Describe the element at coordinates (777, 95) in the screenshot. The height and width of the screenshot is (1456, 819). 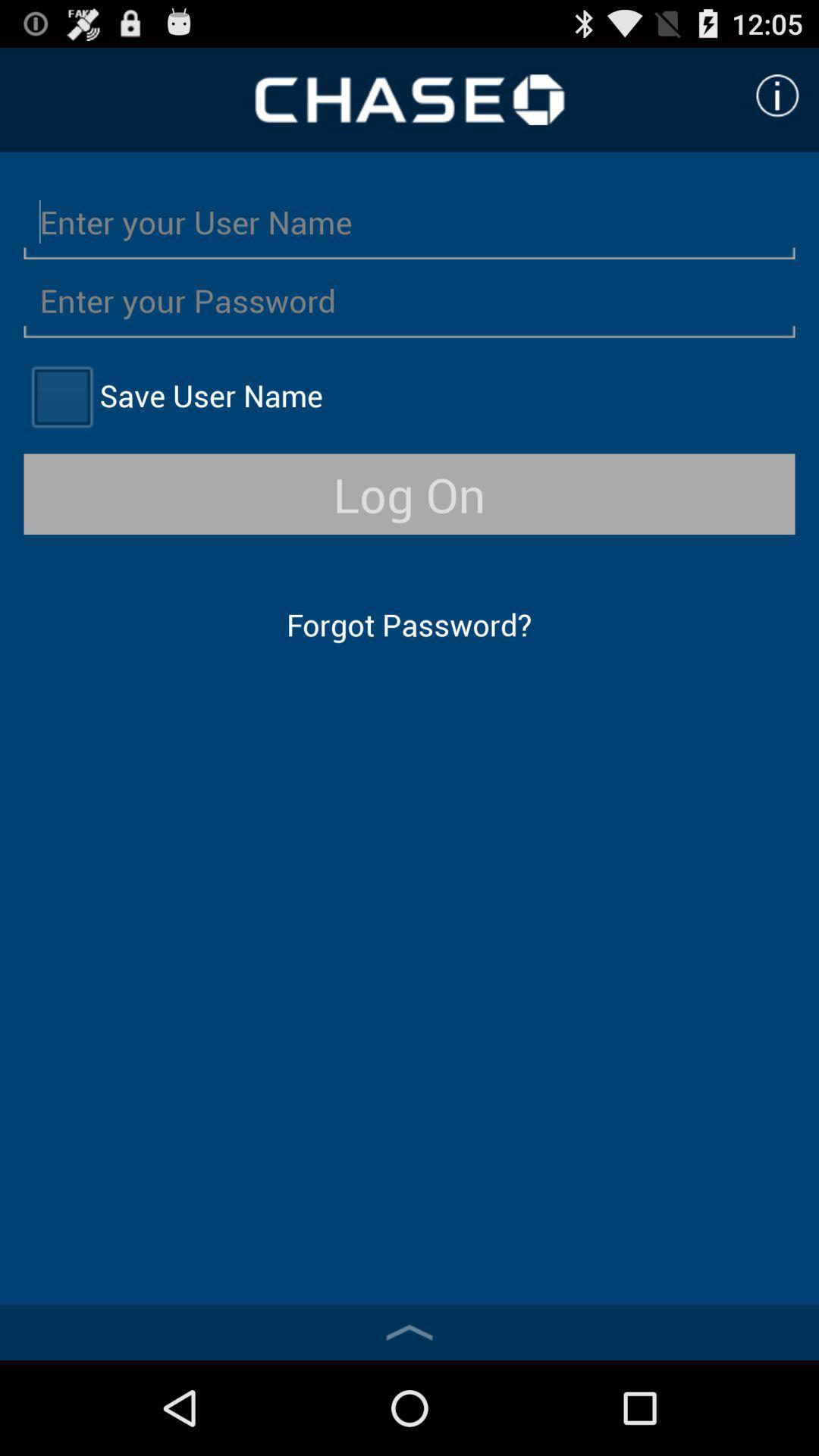
I see `help option` at that location.